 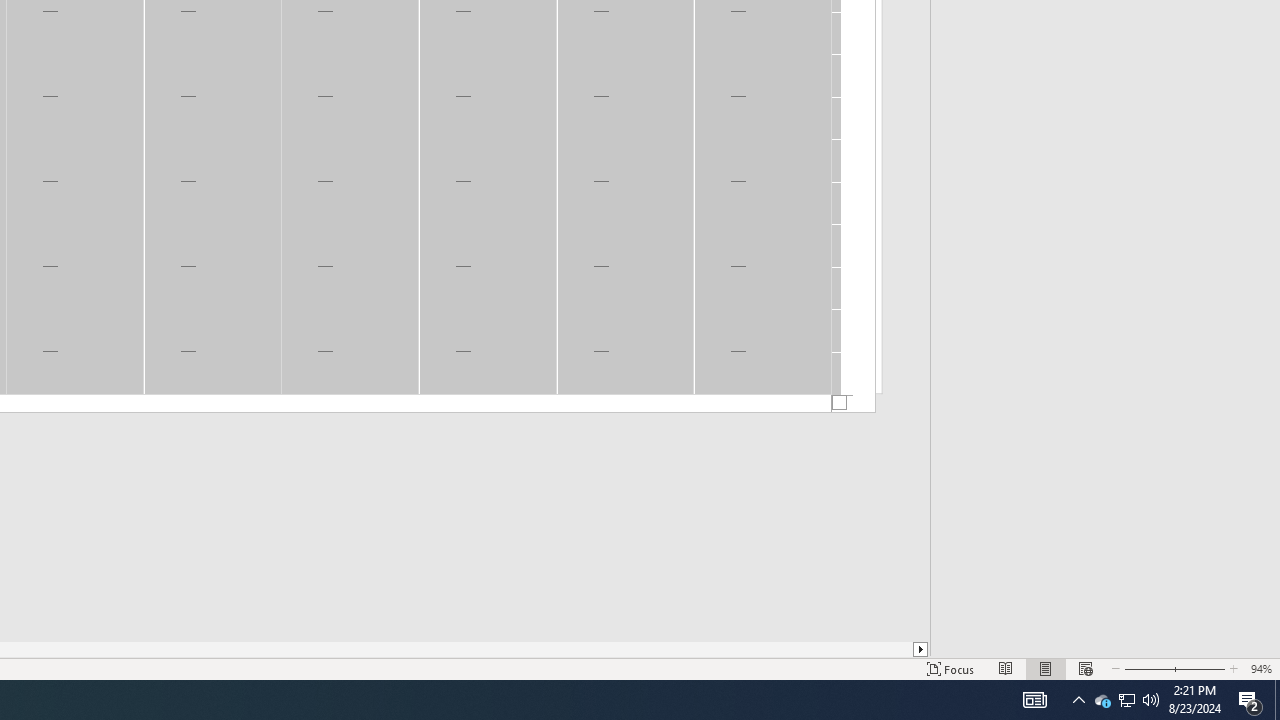 What do you see at coordinates (920, 649) in the screenshot?
I see `'Column right'` at bounding box center [920, 649].